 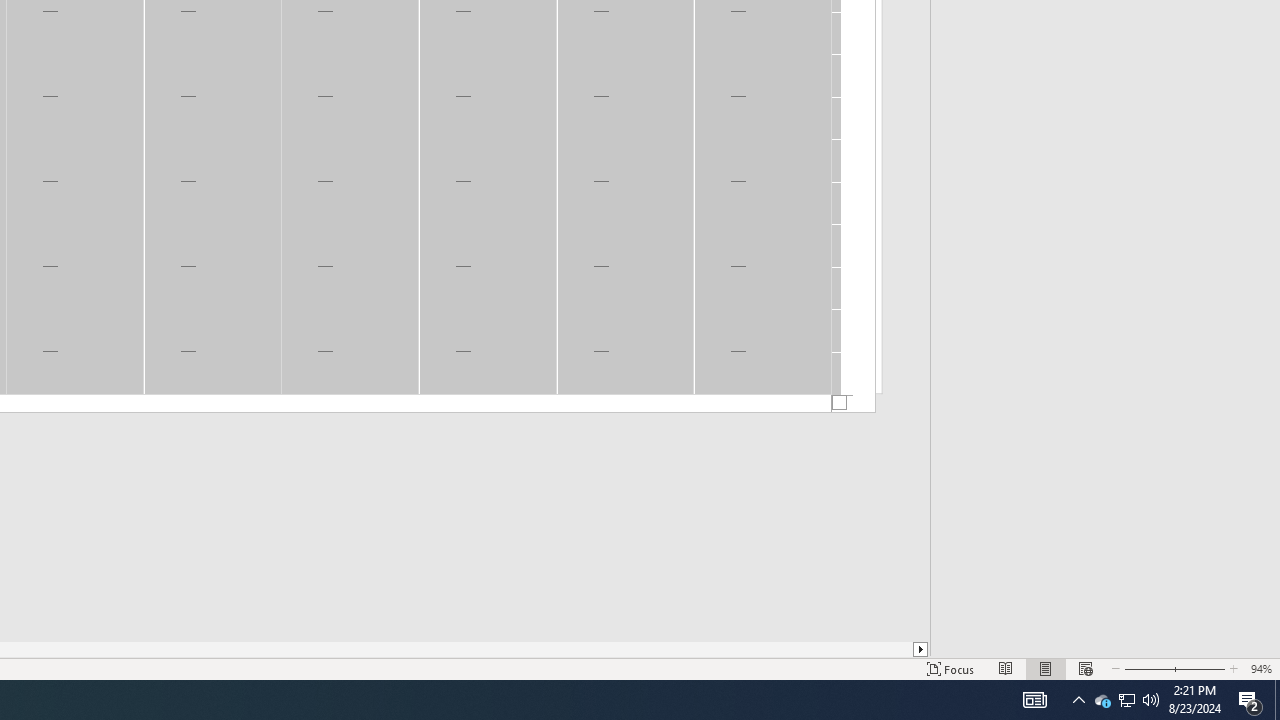 What do you see at coordinates (920, 649) in the screenshot?
I see `'Column right'` at bounding box center [920, 649].